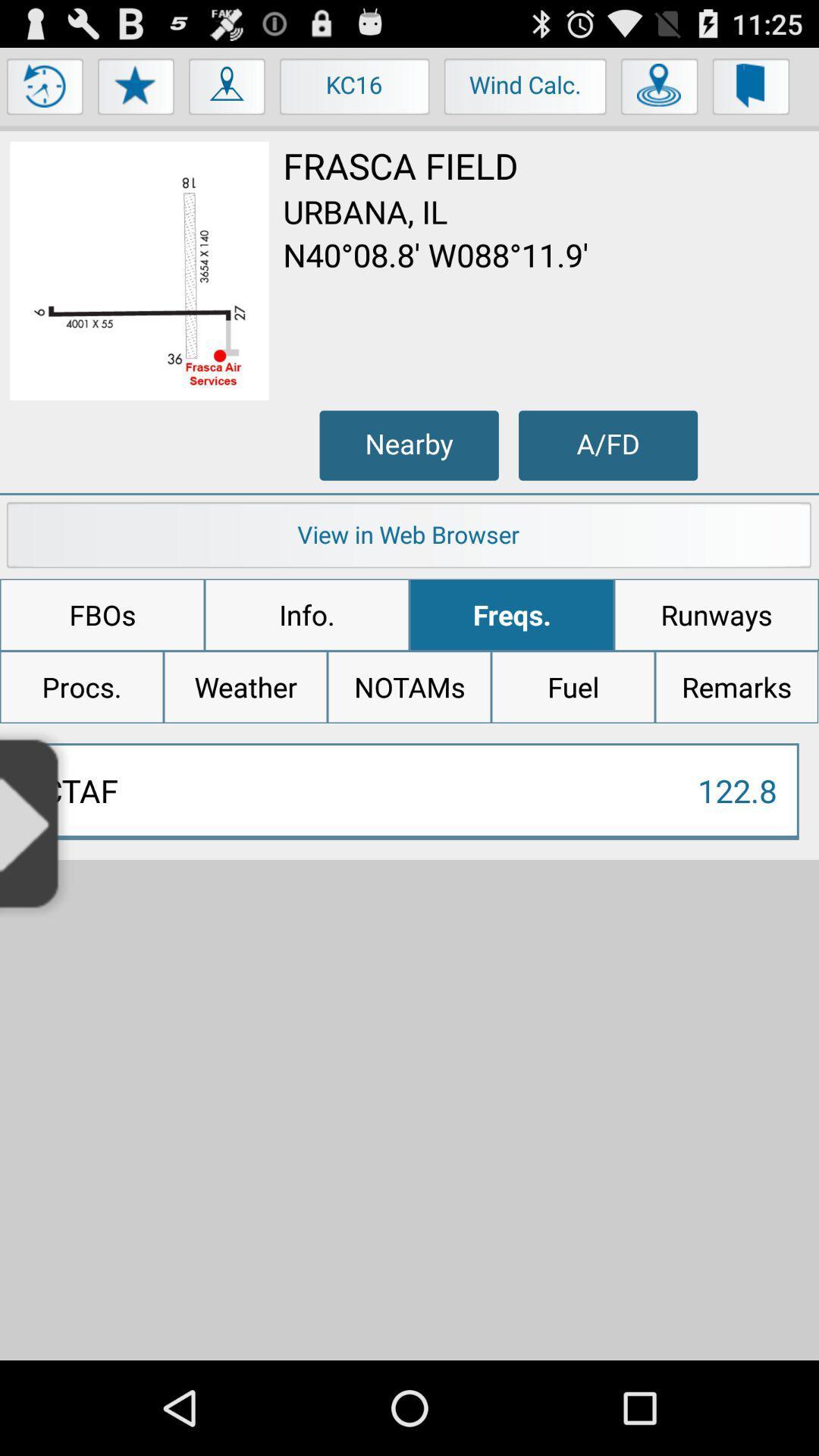  I want to click on send a message, so click(752, 89).